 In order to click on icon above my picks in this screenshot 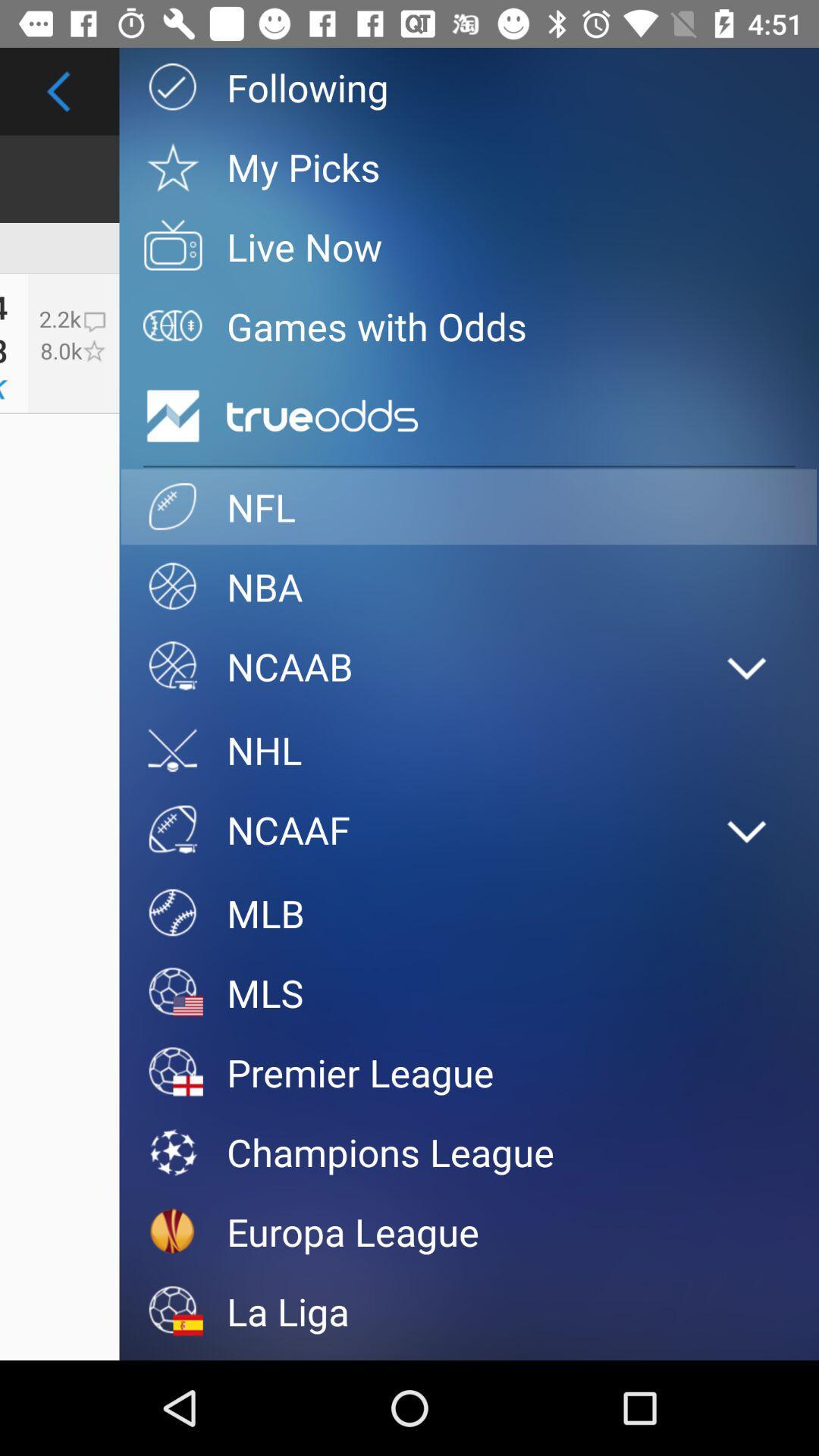, I will do `click(468, 86)`.